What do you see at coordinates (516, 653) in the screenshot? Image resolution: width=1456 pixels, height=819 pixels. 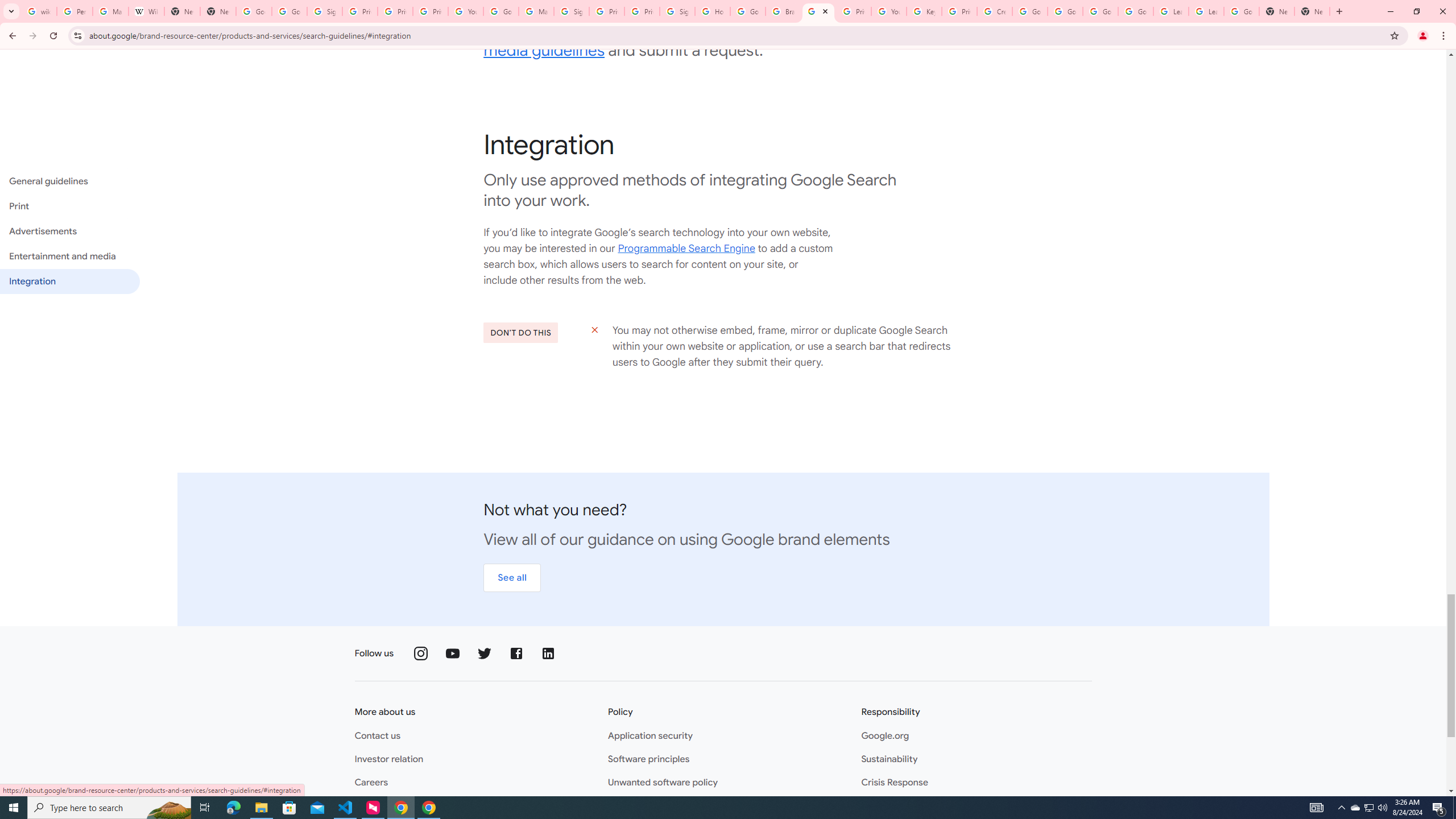 I see `'Follow us on Facebook'` at bounding box center [516, 653].